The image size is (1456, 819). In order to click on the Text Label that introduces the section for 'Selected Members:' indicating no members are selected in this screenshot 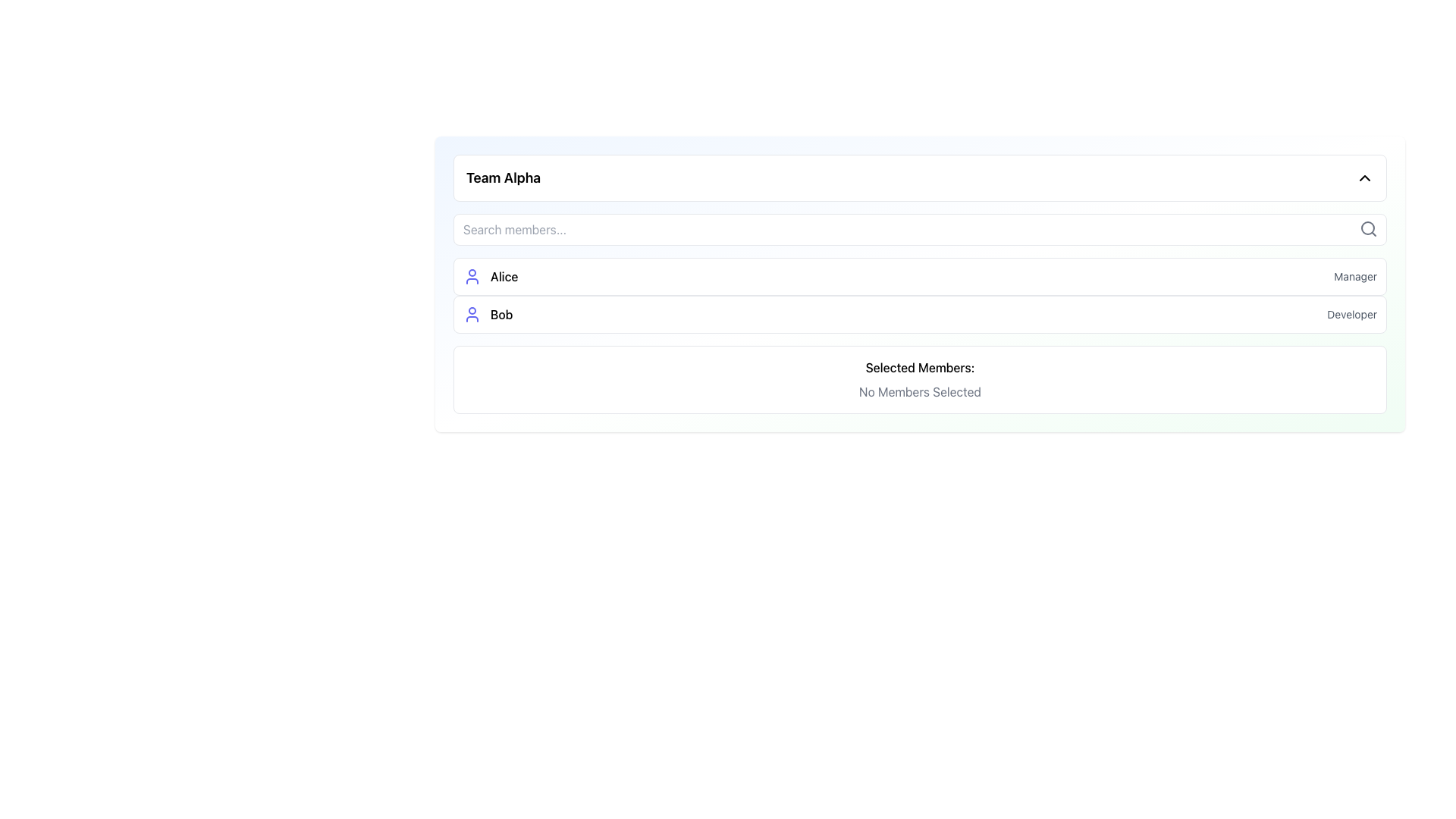, I will do `click(919, 368)`.